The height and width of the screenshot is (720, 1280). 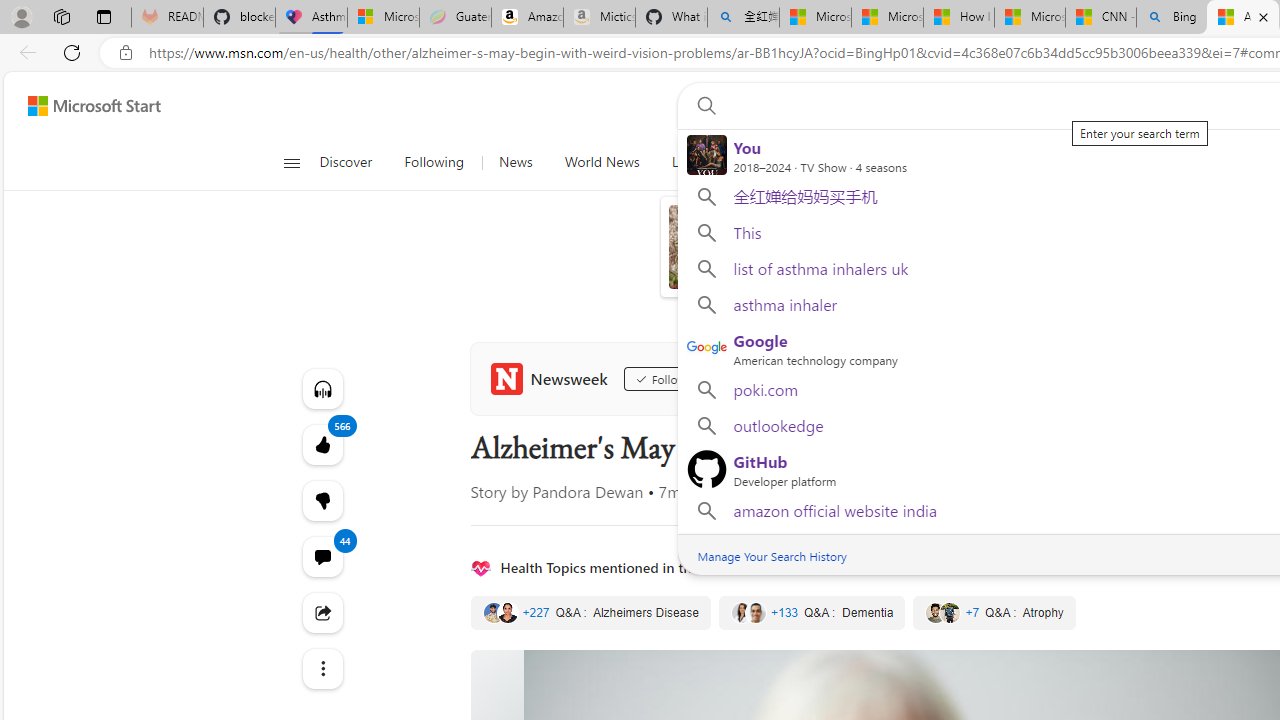 I want to click on 'Asthma Inhalers: Names and Types', so click(x=310, y=17).